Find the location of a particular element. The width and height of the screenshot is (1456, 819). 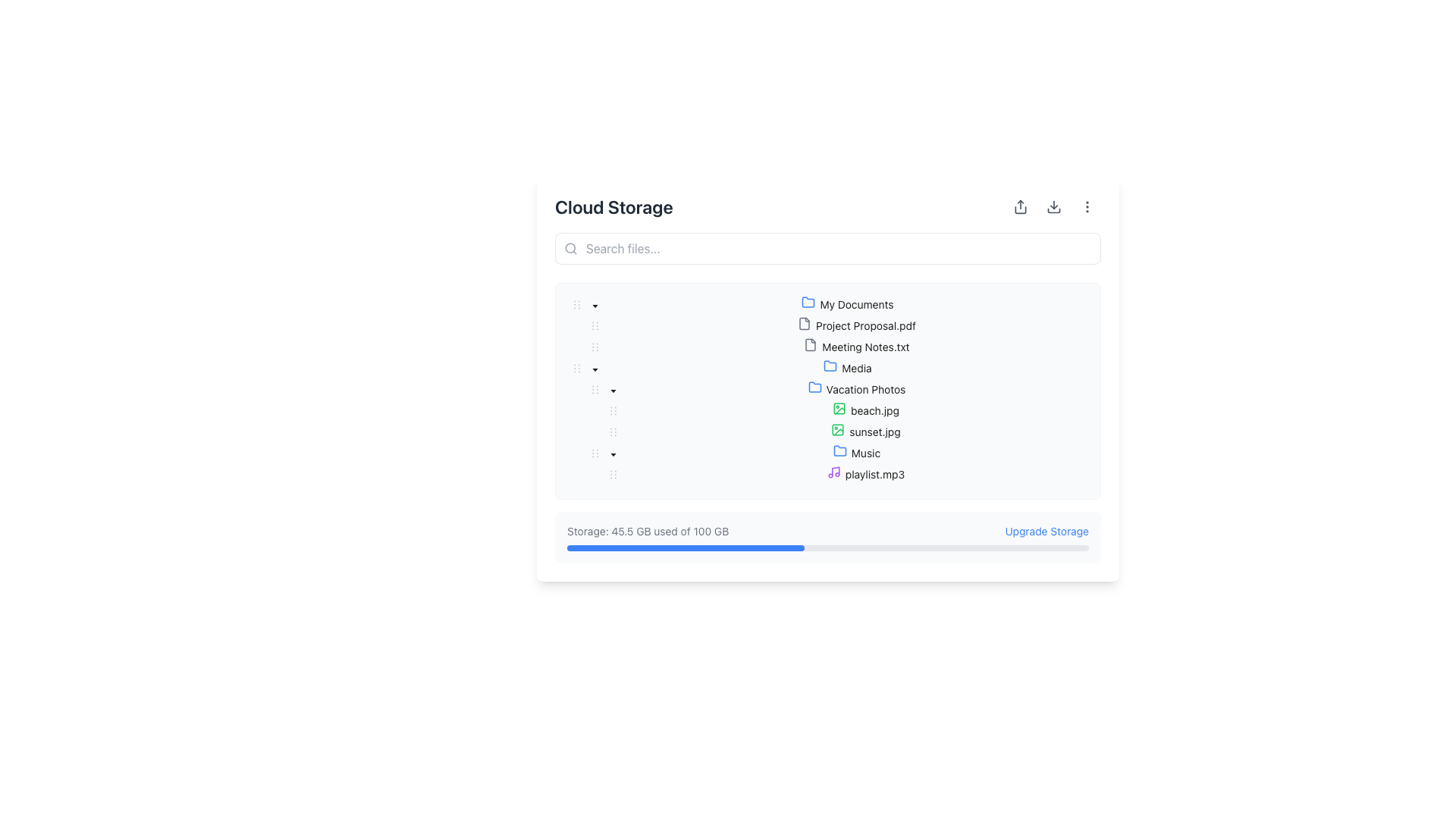

the Tree indentation marker located before the 'Vacation Photos' folder to maintain the alignment in the tree view is located at coordinates (576, 388).